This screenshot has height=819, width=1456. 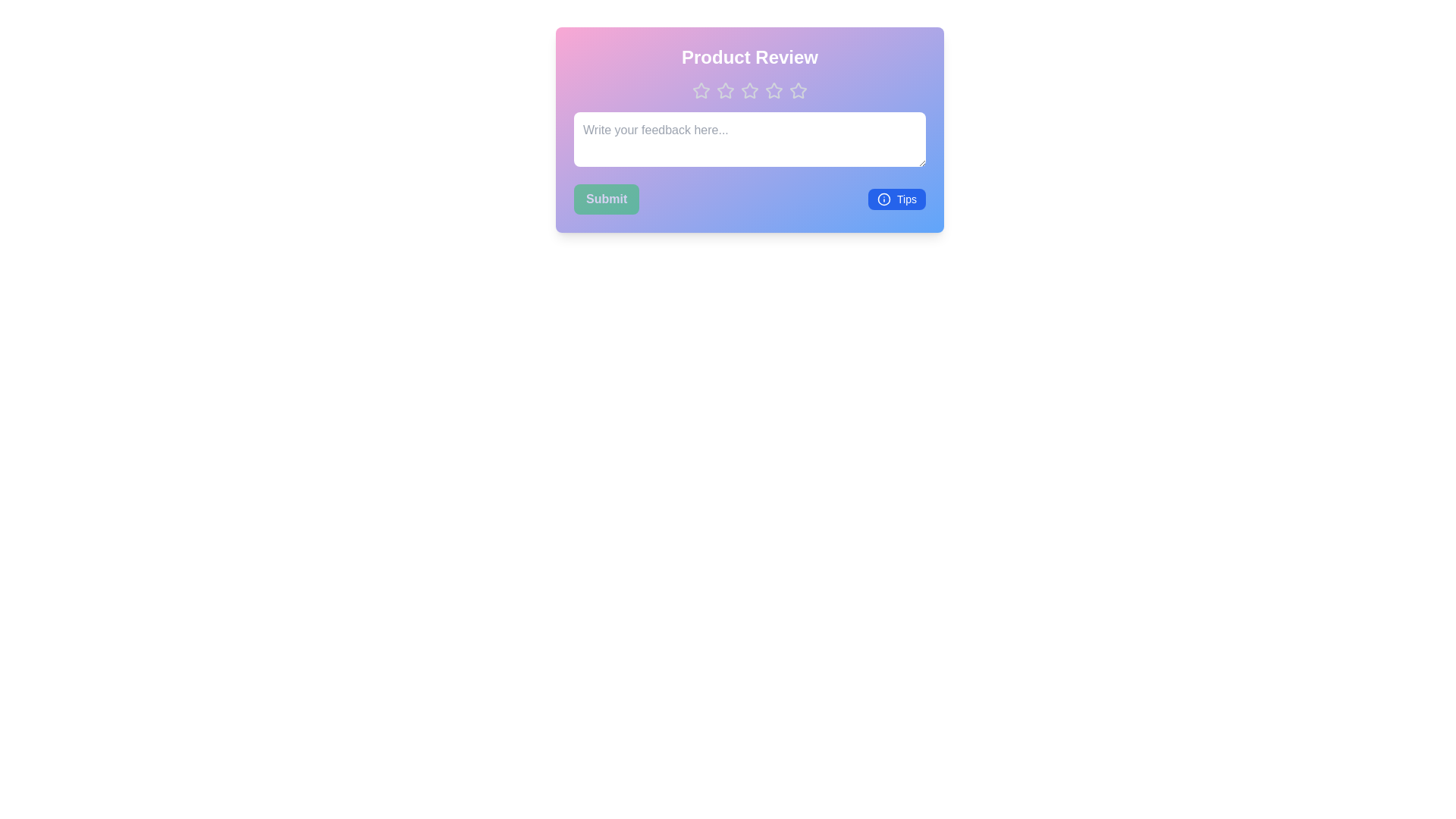 What do you see at coordinates (797, 90) in the screenshot?
I see `the star corresponding to 5 stars to set the rating` at bounding box center [797, 90].